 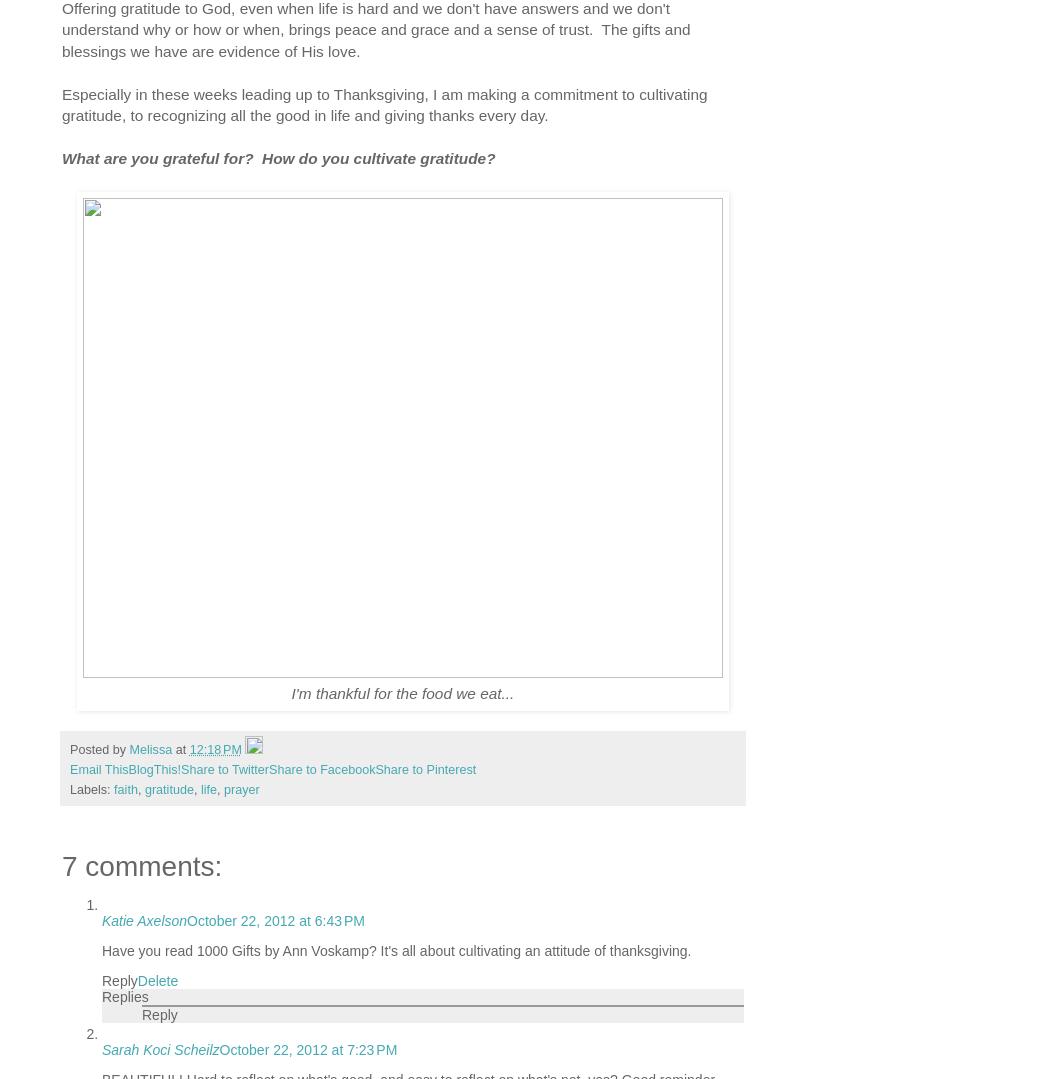 What do you see at coordinates (124, 789) in the screenshot?
I see `'faith'` at bounding box center [124, 789].